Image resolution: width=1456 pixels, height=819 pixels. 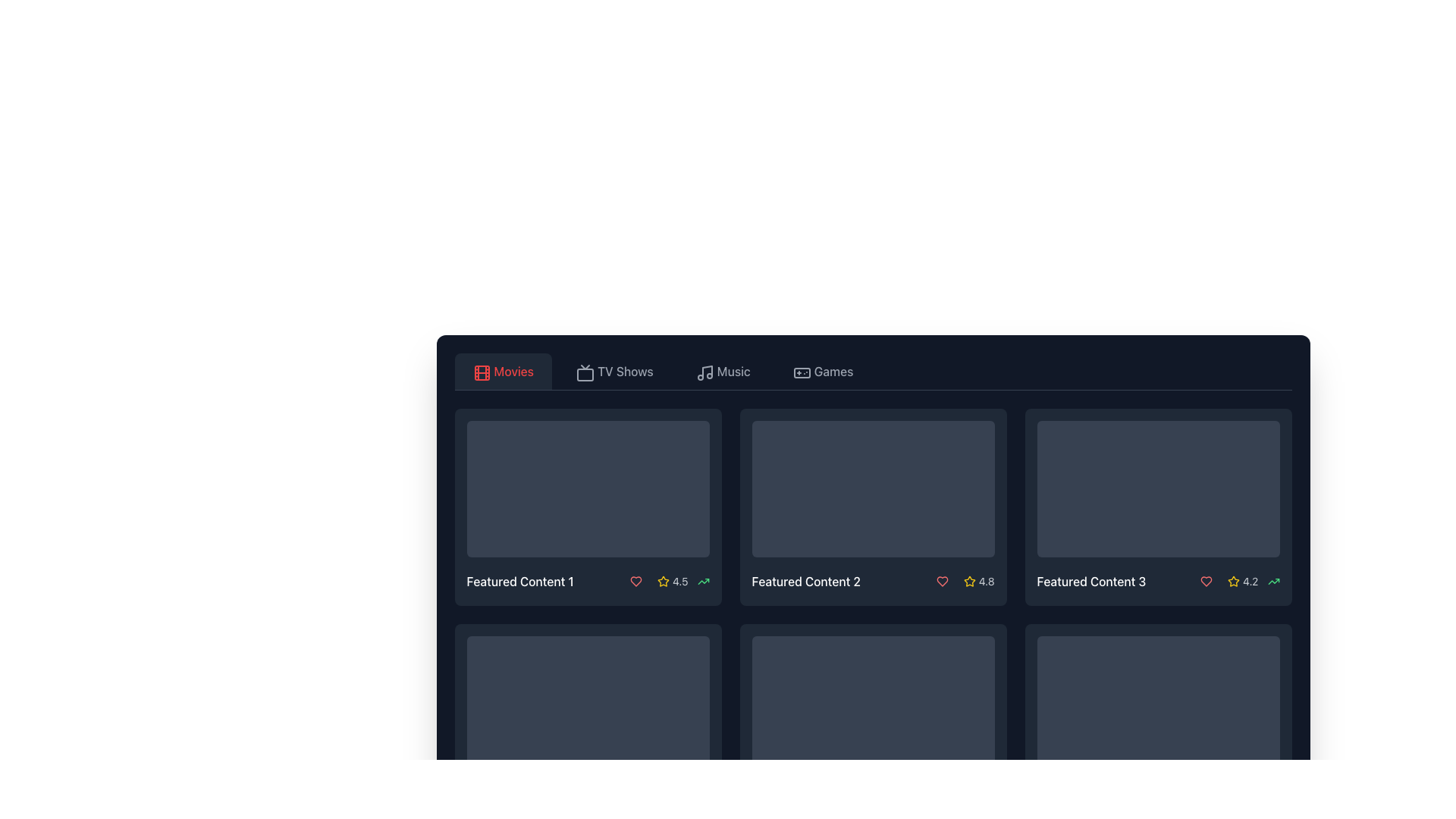 What do you see at coordinates (702, 581) in the screenshot?
I see `the graph trend icon, which is a green hue icon located at the bottom right of the 'Featured Content 1' card, adjacent to a star-shaped icon` at bounding box center [702, 581].